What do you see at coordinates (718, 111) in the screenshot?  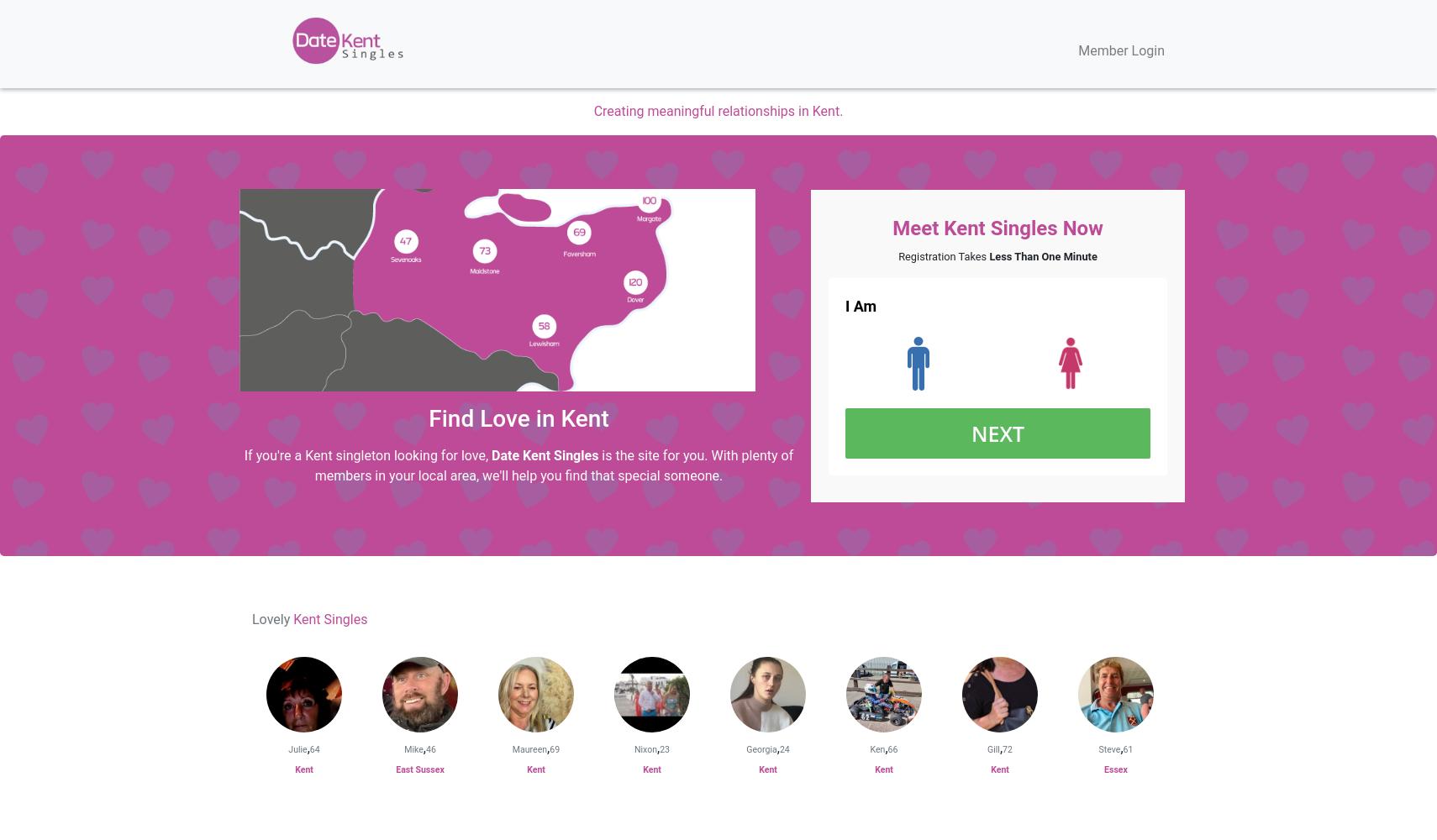 I see `'Creating meaningful relationships in Kent.'` at bounding box center [718, 111].